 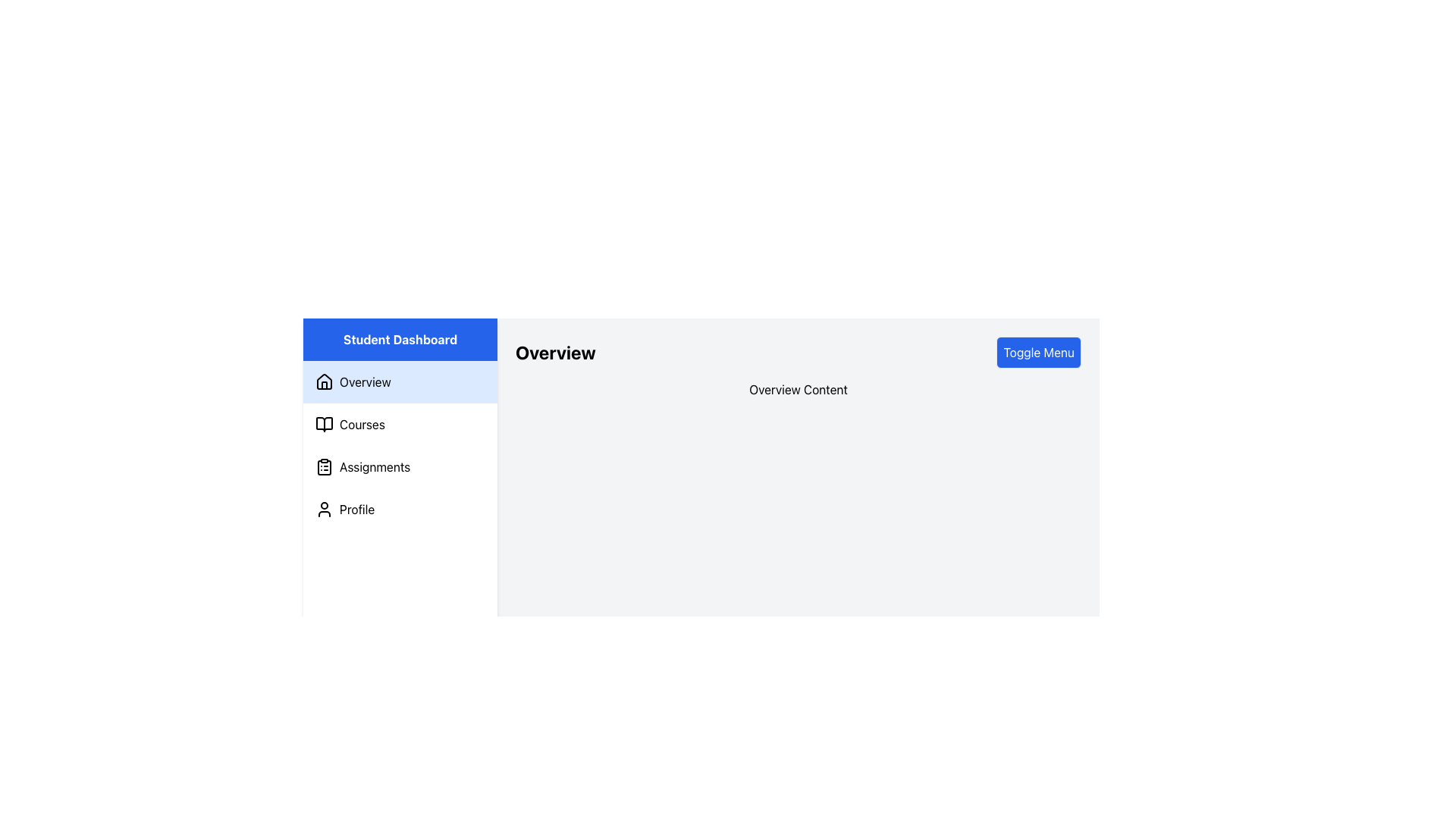 What do you see at coordinates (323, 466) in the screenshot?
I see `the 'Assignments' icon in the left-hand sidebar navigation menu, which is the second item within the 'Assignments' section` at bounding box center [323, 466].